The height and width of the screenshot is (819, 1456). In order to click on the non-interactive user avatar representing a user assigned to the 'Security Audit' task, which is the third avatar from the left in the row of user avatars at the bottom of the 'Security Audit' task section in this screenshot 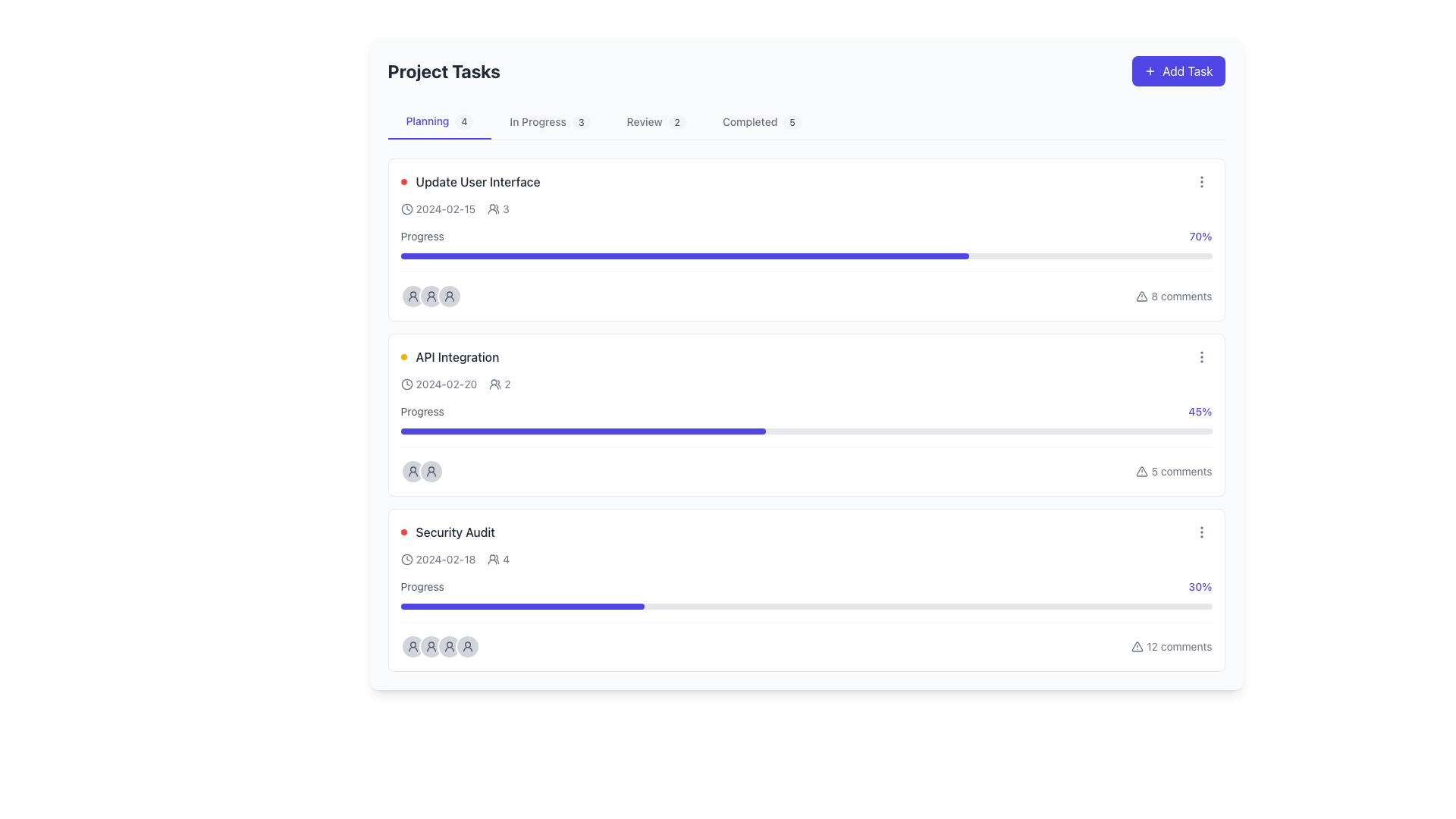, I will do `click(448, 646)`.